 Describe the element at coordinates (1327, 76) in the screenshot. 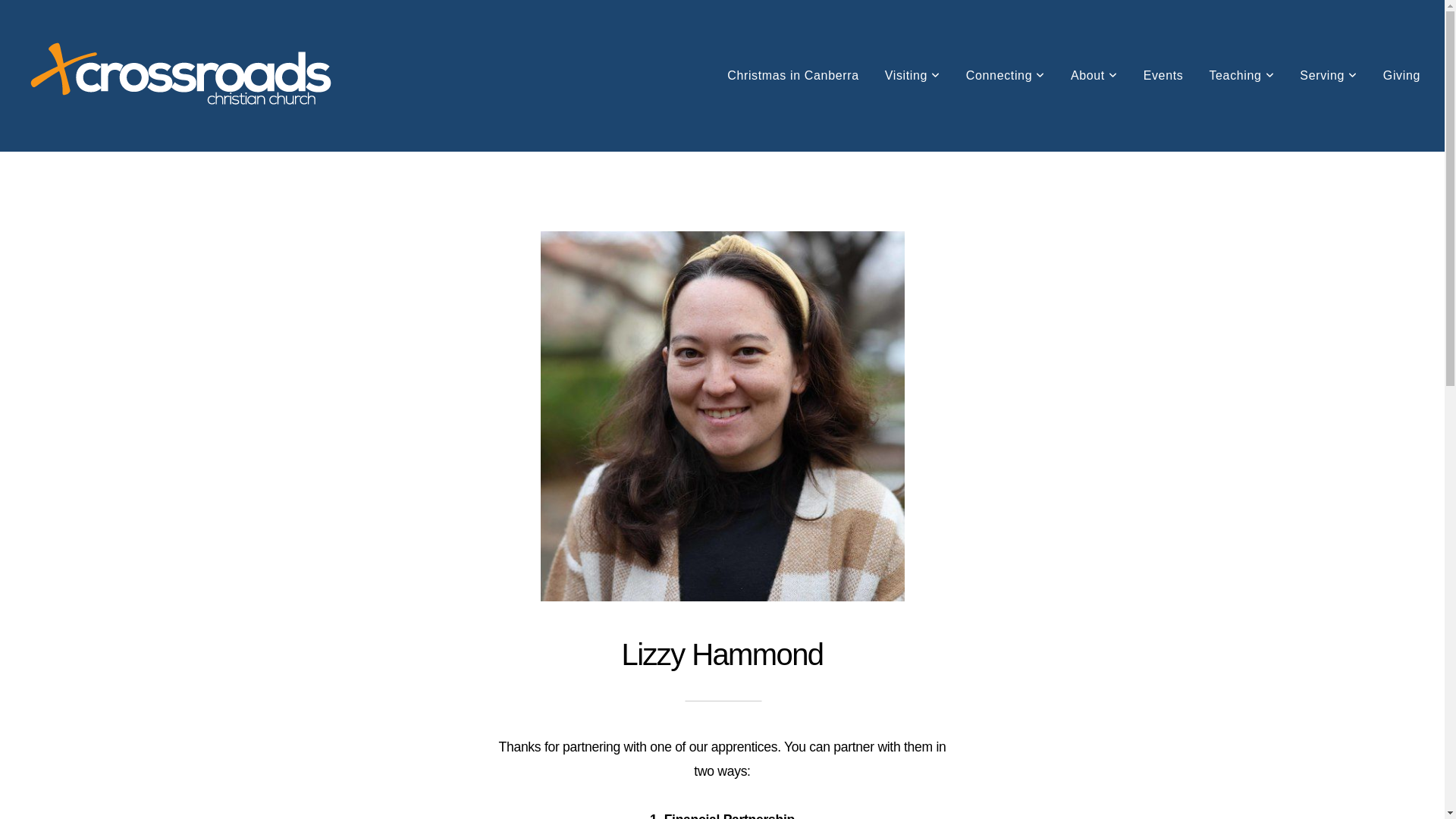

I see `'Serving '` at that location.